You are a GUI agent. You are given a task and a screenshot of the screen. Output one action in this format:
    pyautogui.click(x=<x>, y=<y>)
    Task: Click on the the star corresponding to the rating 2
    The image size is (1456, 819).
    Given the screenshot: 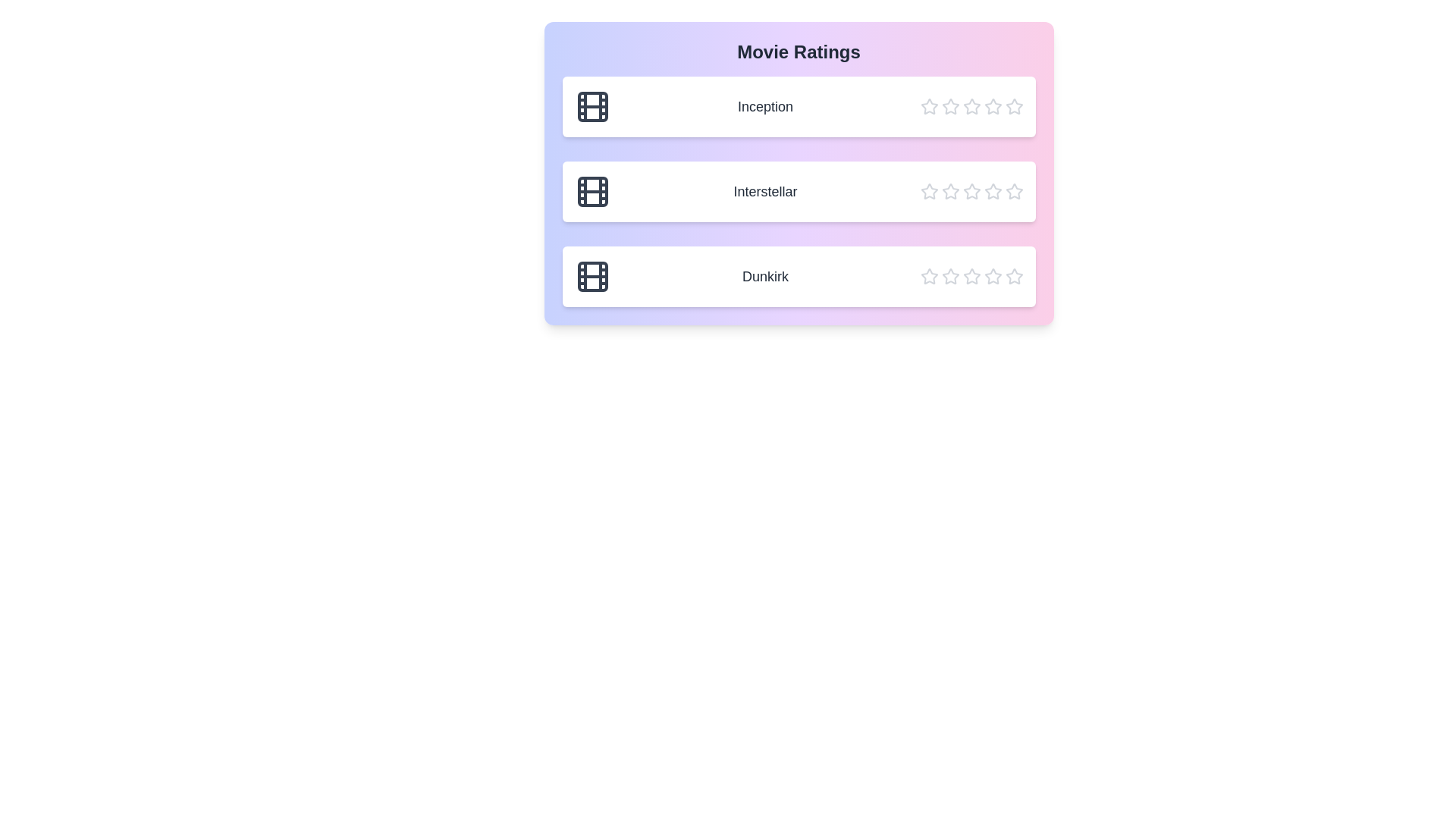 What is the action you would take?
    pyautogui.click(x=949, y=106)
    